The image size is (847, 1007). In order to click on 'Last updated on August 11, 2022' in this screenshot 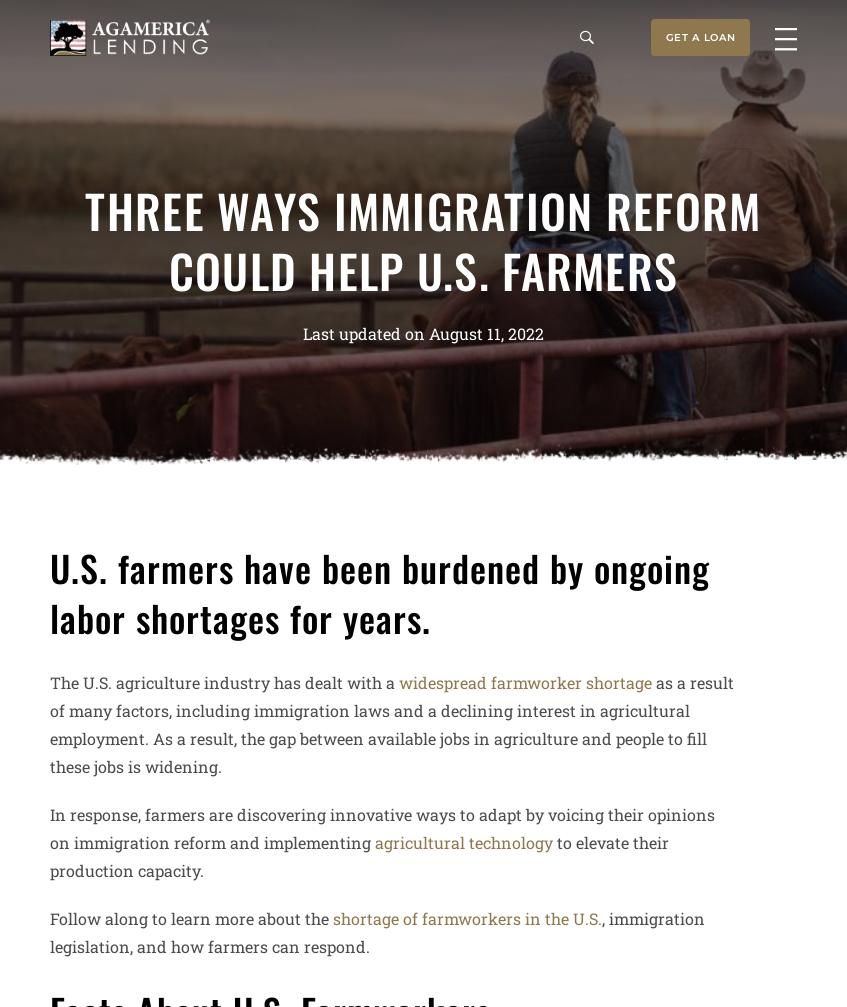, I will do `click(422, 333)`.